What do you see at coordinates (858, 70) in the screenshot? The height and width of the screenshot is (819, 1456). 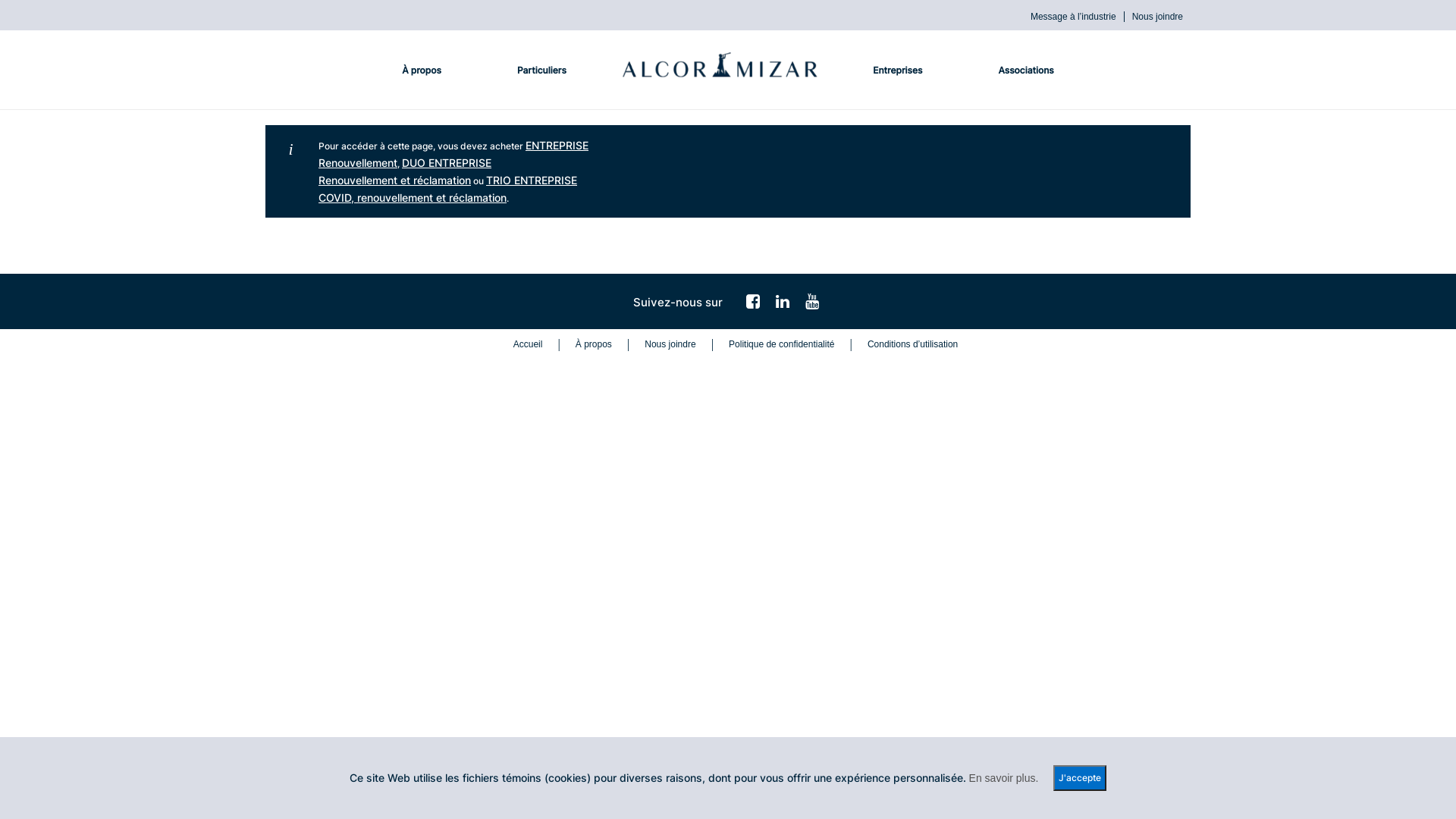 I see `'Entreprises'` at bounding box center [858, 70].